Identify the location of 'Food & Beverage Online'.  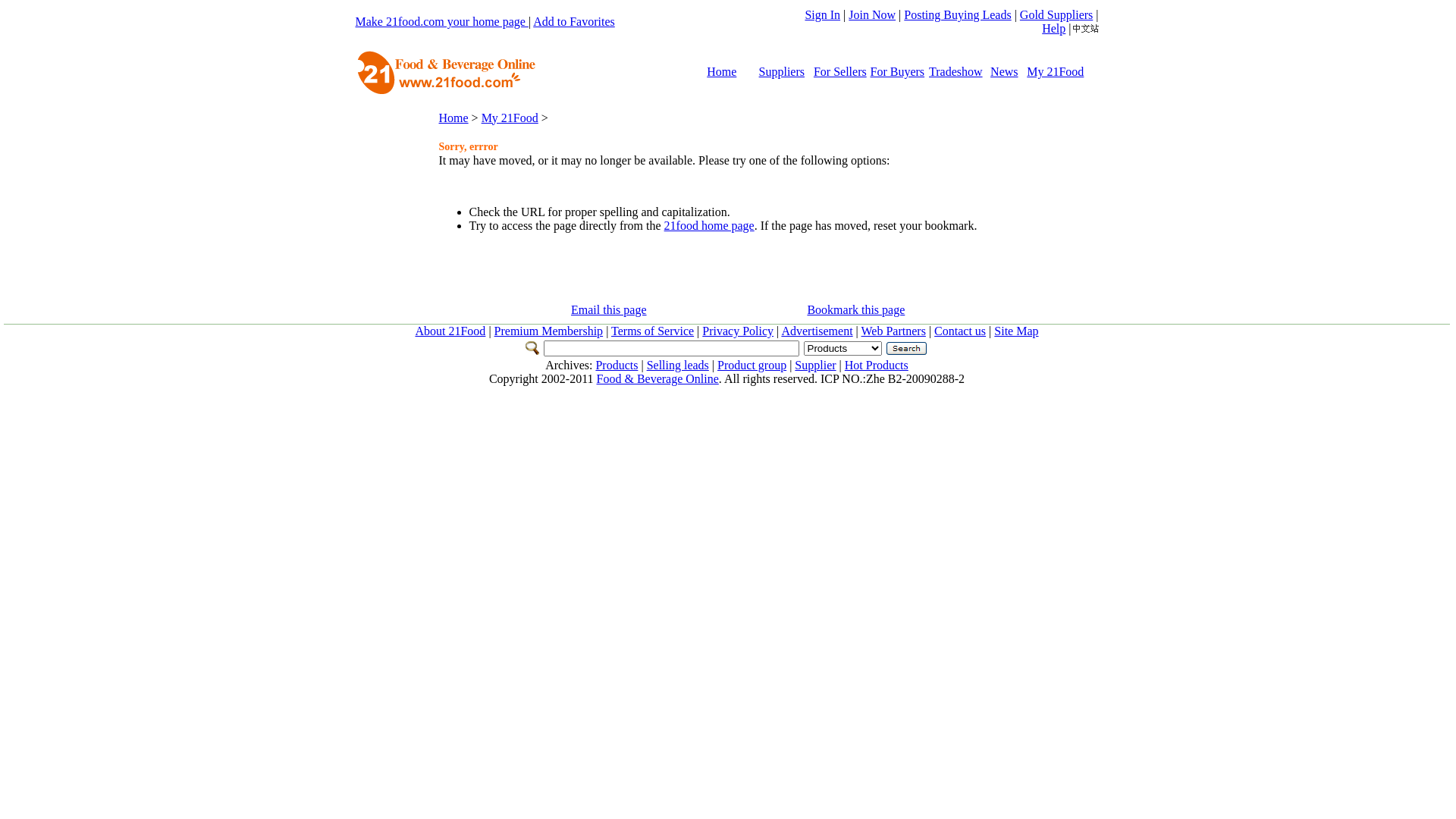
(657, 378).